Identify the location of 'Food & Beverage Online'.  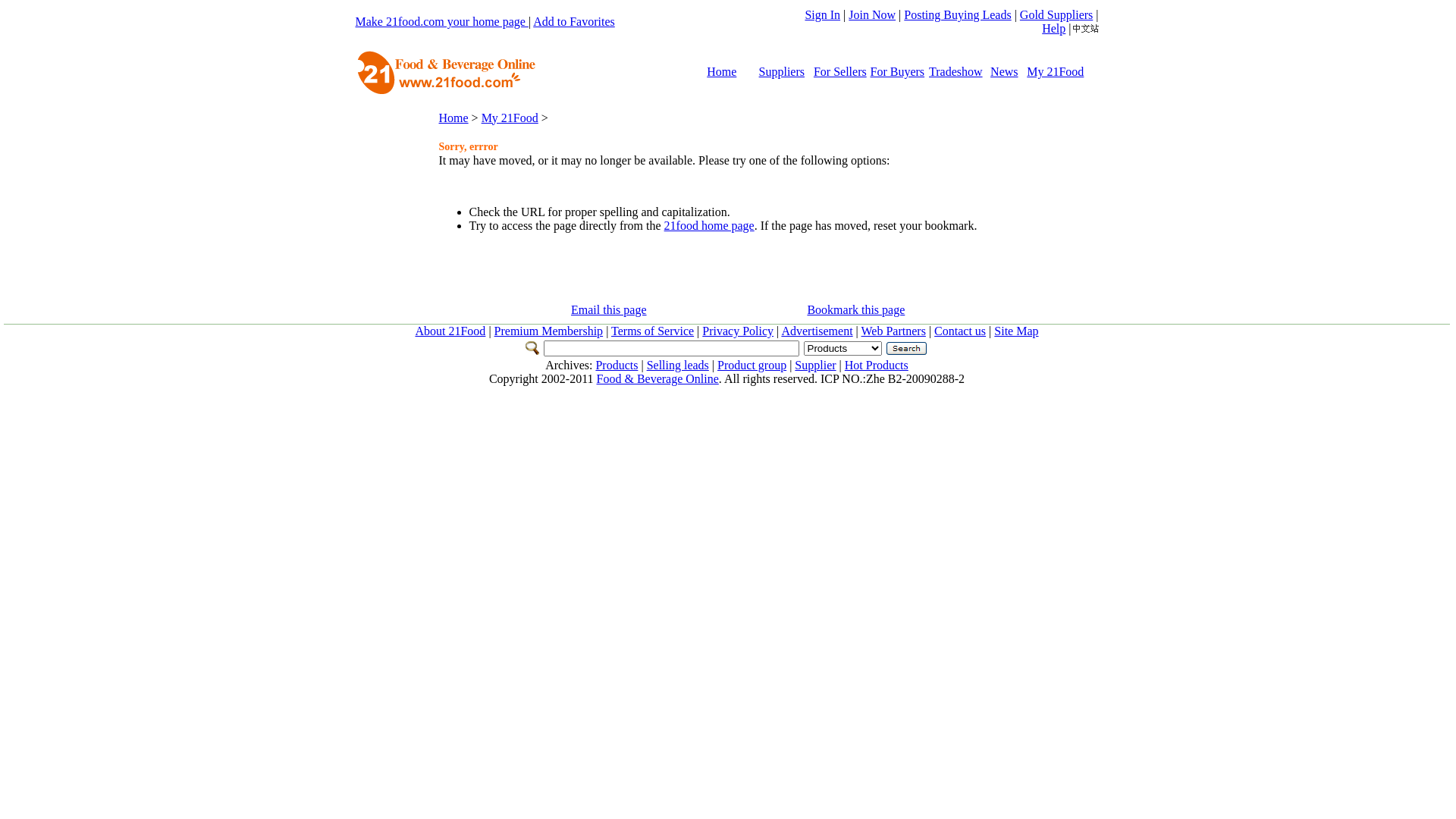
(657, 378).